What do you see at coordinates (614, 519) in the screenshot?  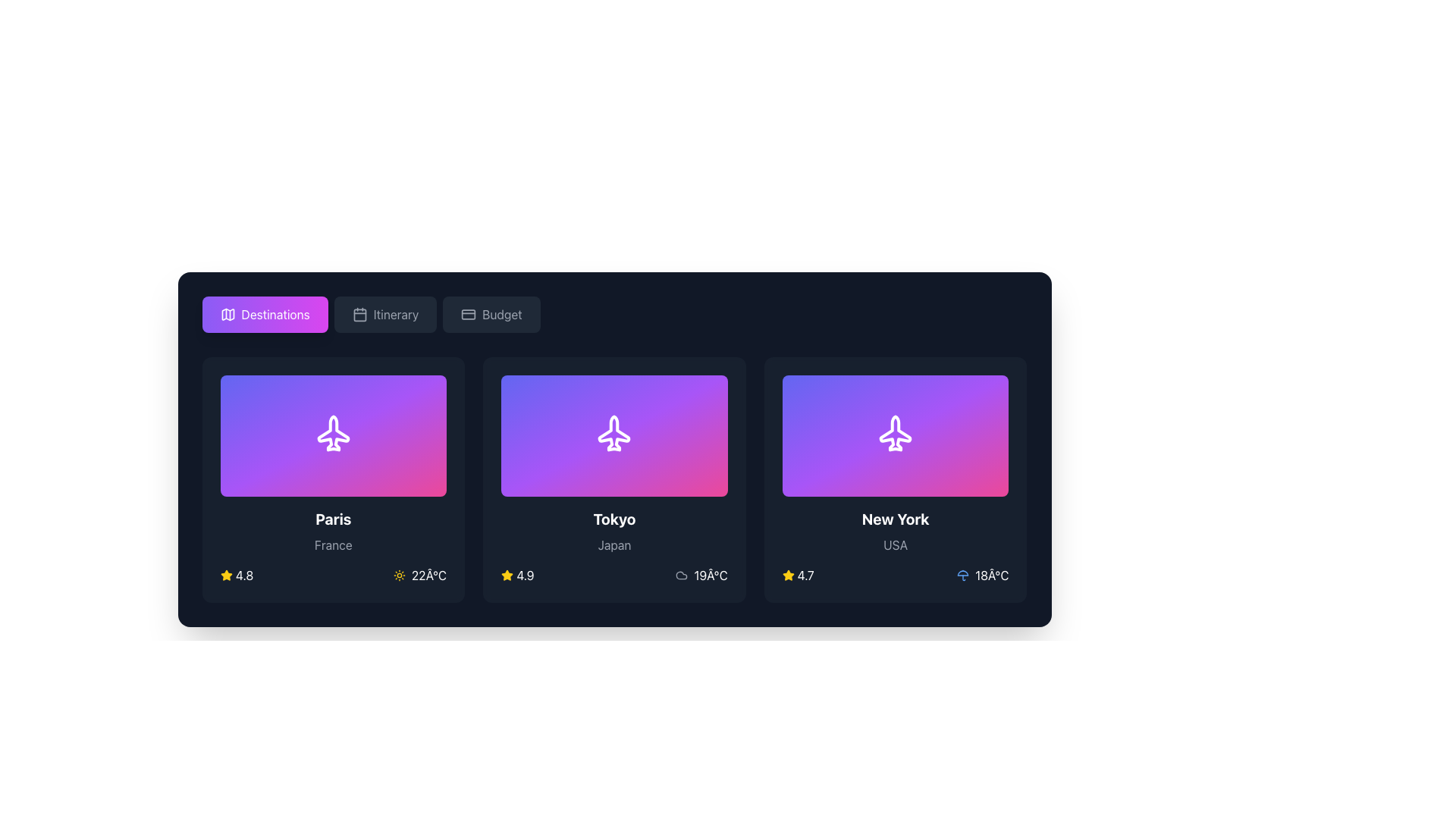 I see `text content of the label representing the city 'Tokyo' in the travel destination card UI, which is positioned below the airplane icon and above the text 'Japan.'` at bounding box center [614, 519].